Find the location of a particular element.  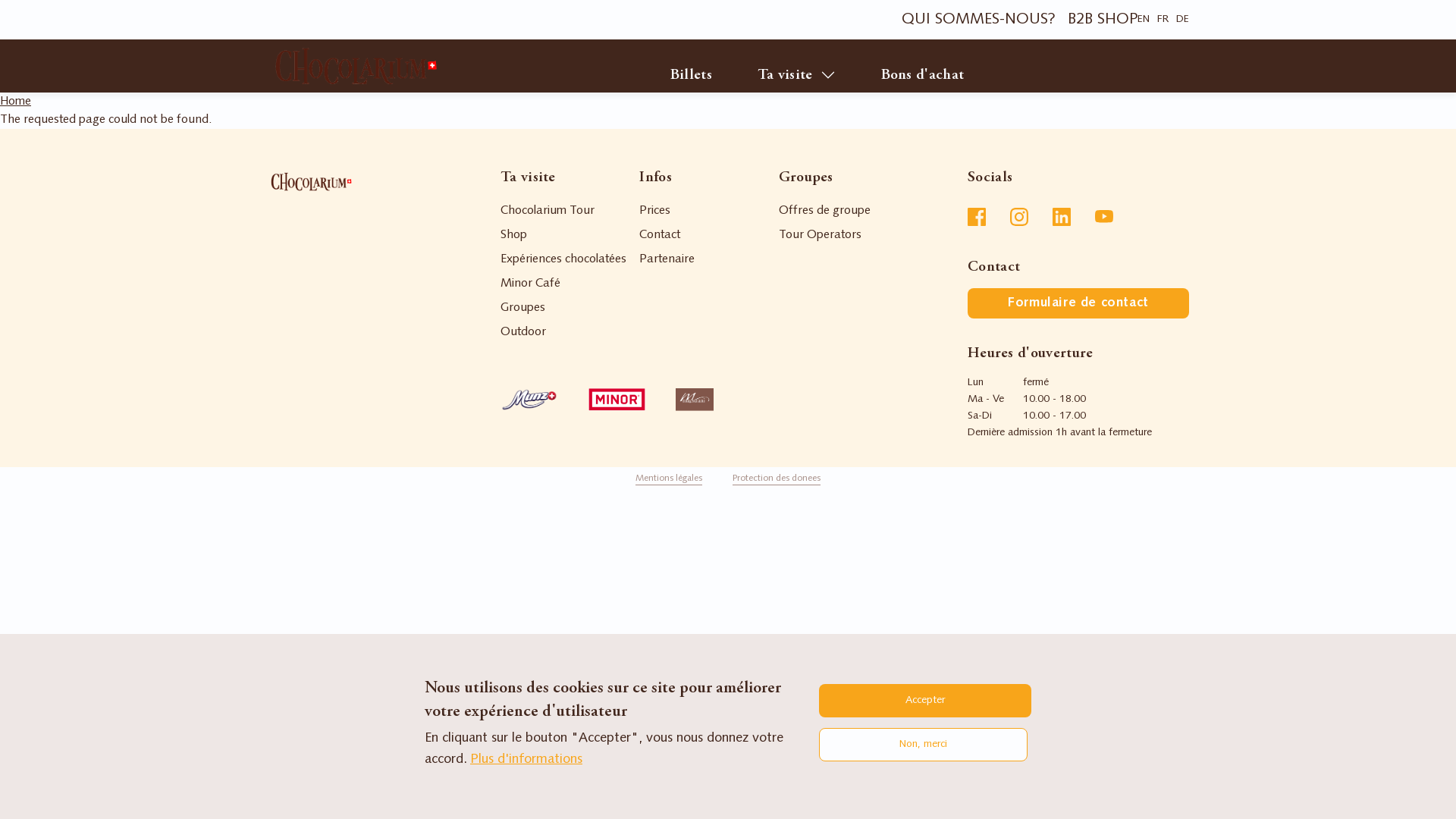

'Formulaire de contact' is located at coordinates (1077, 303).